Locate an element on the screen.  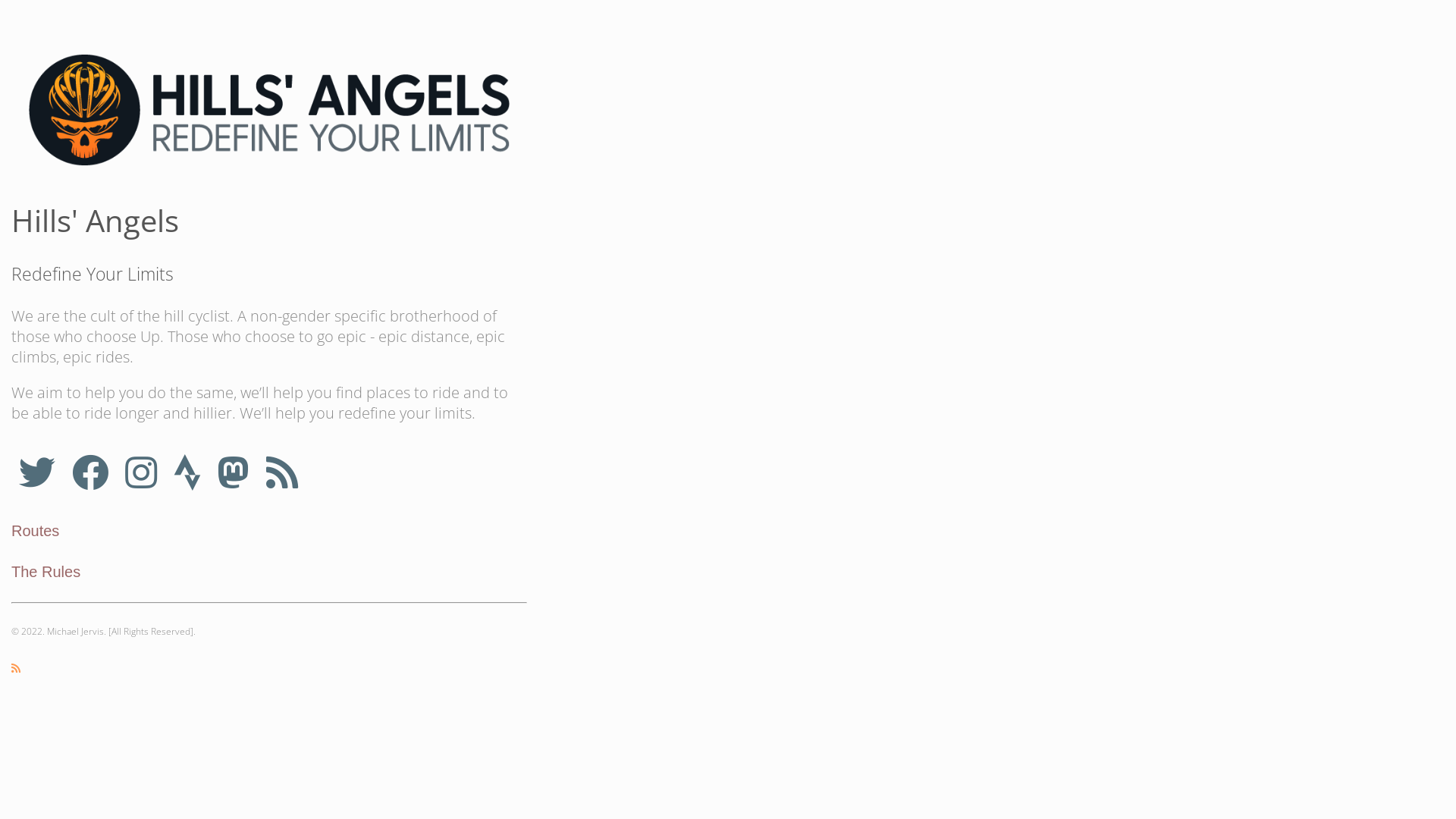
'Routes' is located at coordinates (35, 529).